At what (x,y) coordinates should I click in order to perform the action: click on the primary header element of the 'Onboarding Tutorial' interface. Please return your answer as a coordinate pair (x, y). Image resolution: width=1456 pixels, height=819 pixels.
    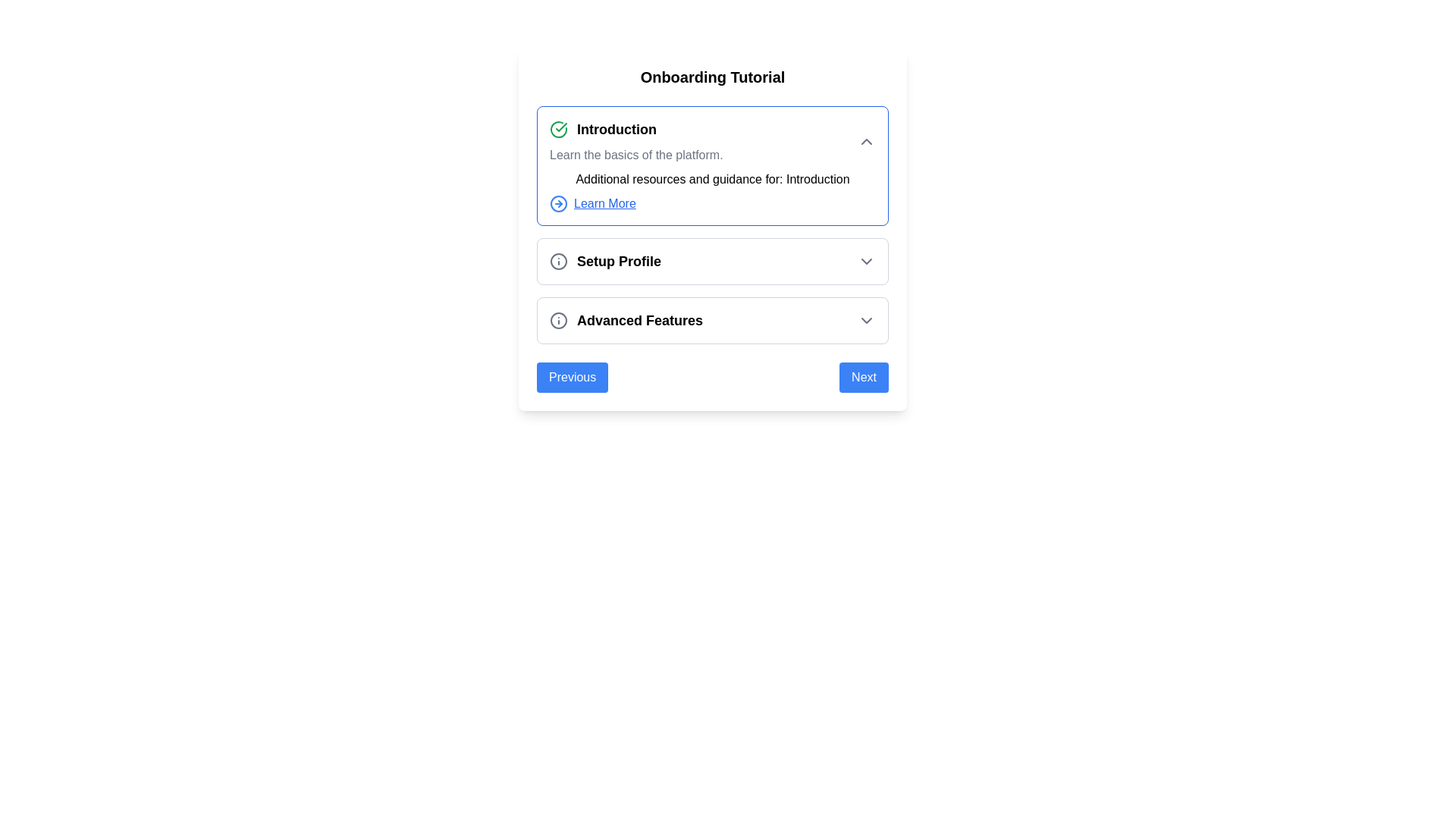
    Looking at the image, I should click on (636, 128).